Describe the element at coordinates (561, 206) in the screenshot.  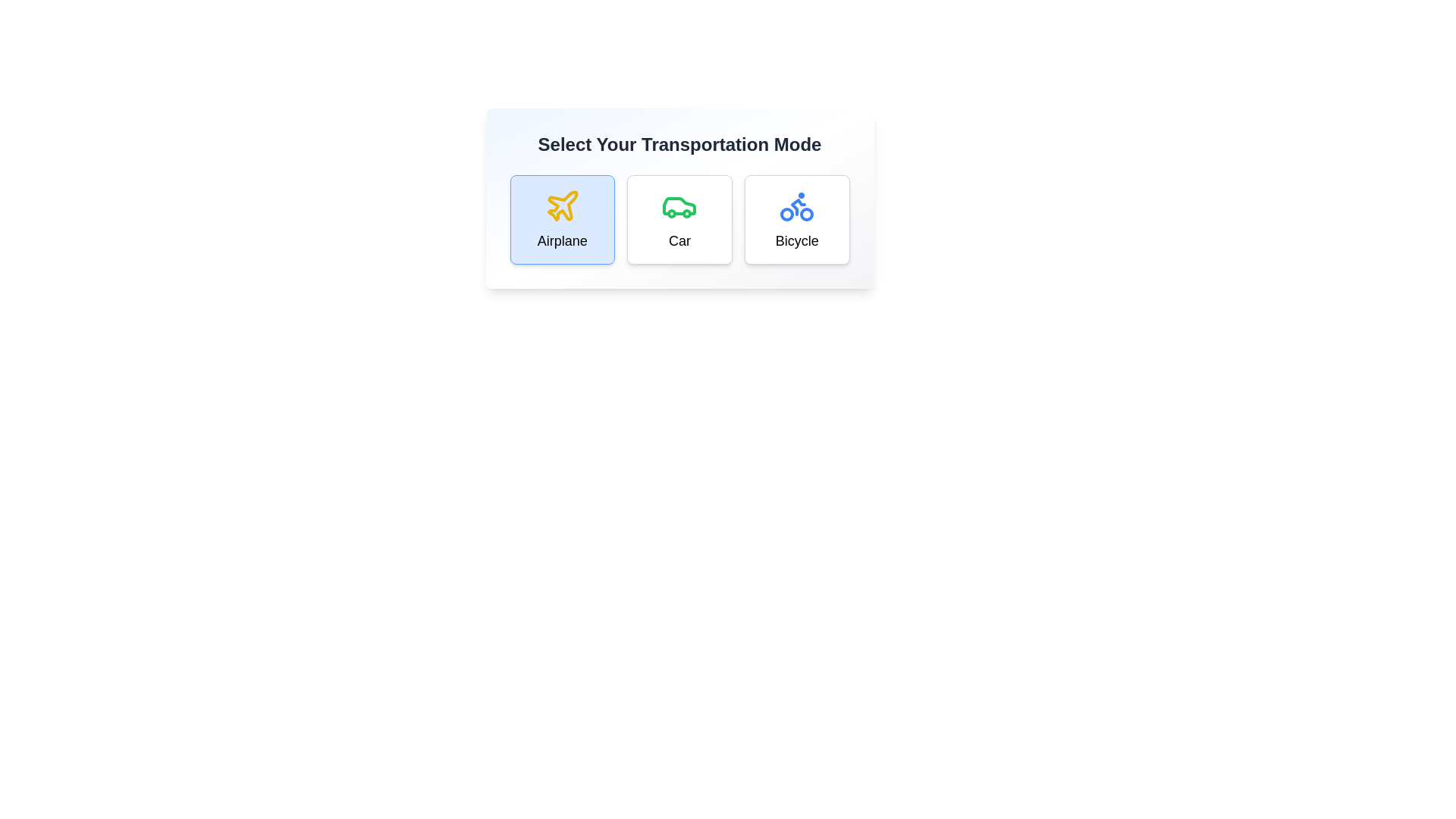
I see `the airplane icon with a yellow outline on a light blue background` at that location.